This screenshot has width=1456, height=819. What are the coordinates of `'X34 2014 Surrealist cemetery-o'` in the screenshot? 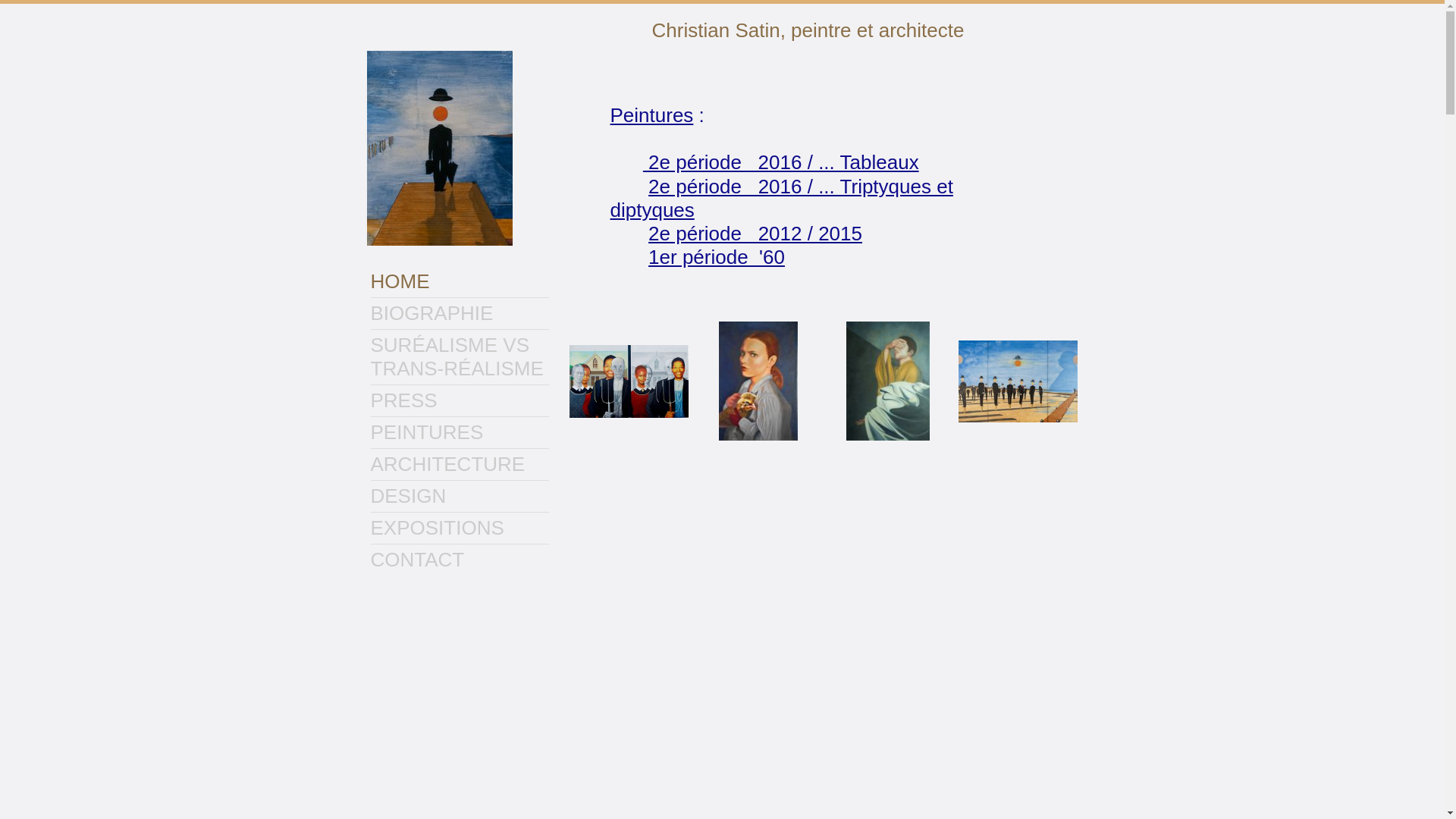 It's located at (1018, 380).